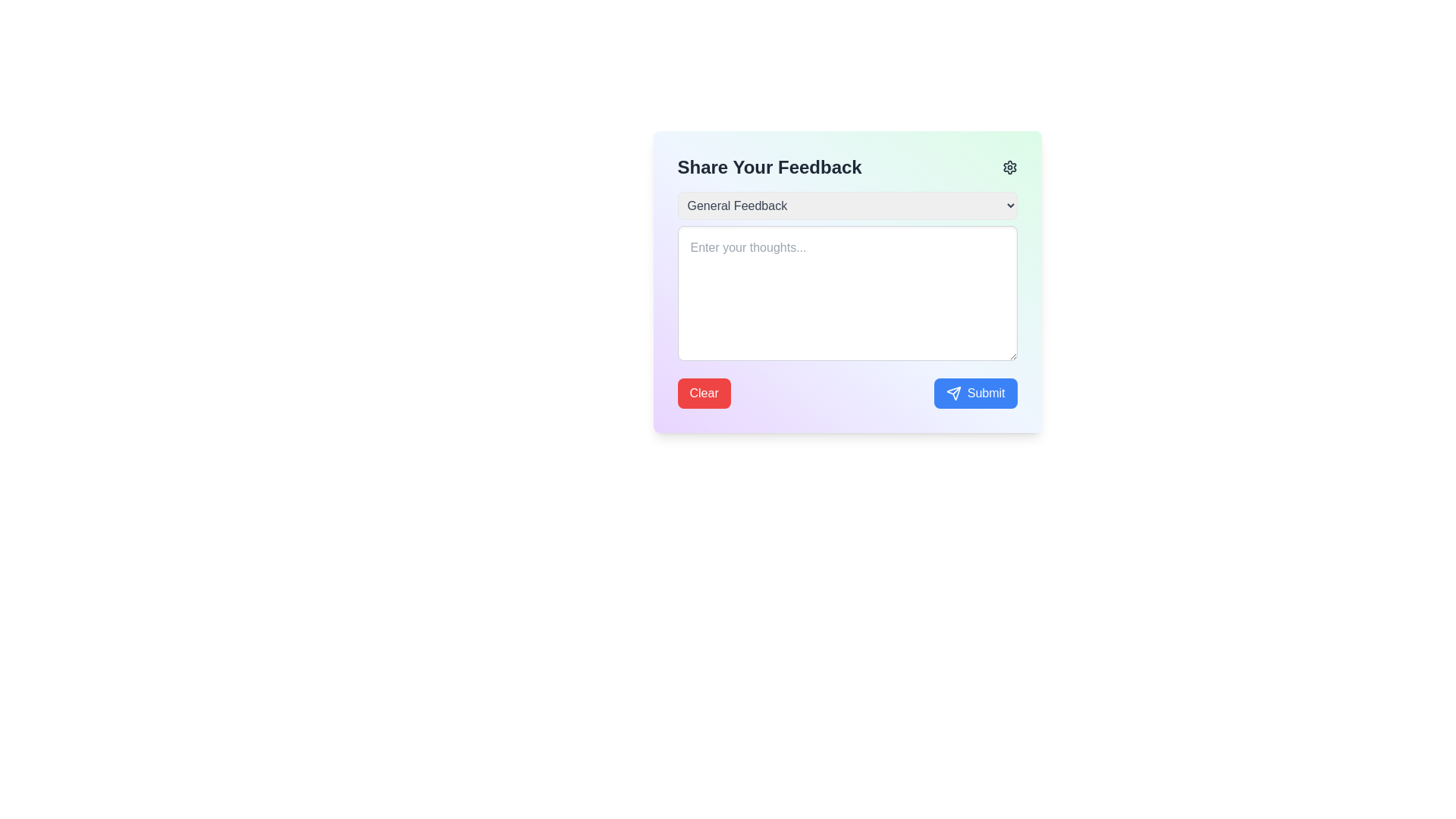 The width and height of the screenshot is (1456, 819). I want to click on the blue rounded-corner button labeled 'Submit', so click(975, 393).